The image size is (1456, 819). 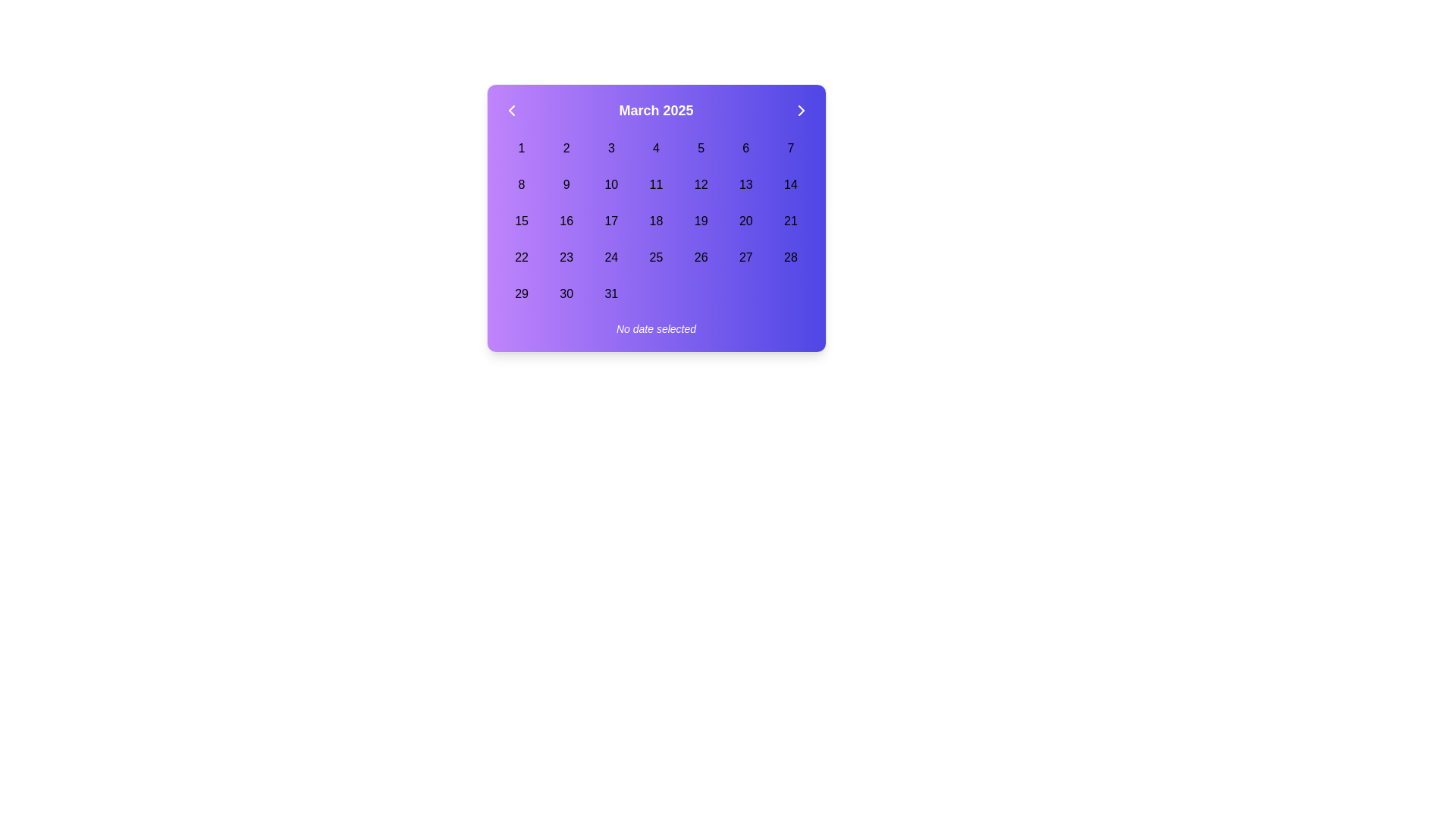 I want to click on the navigation button located at the far-right end of the calendar header bar, so click(x=800, y=110).